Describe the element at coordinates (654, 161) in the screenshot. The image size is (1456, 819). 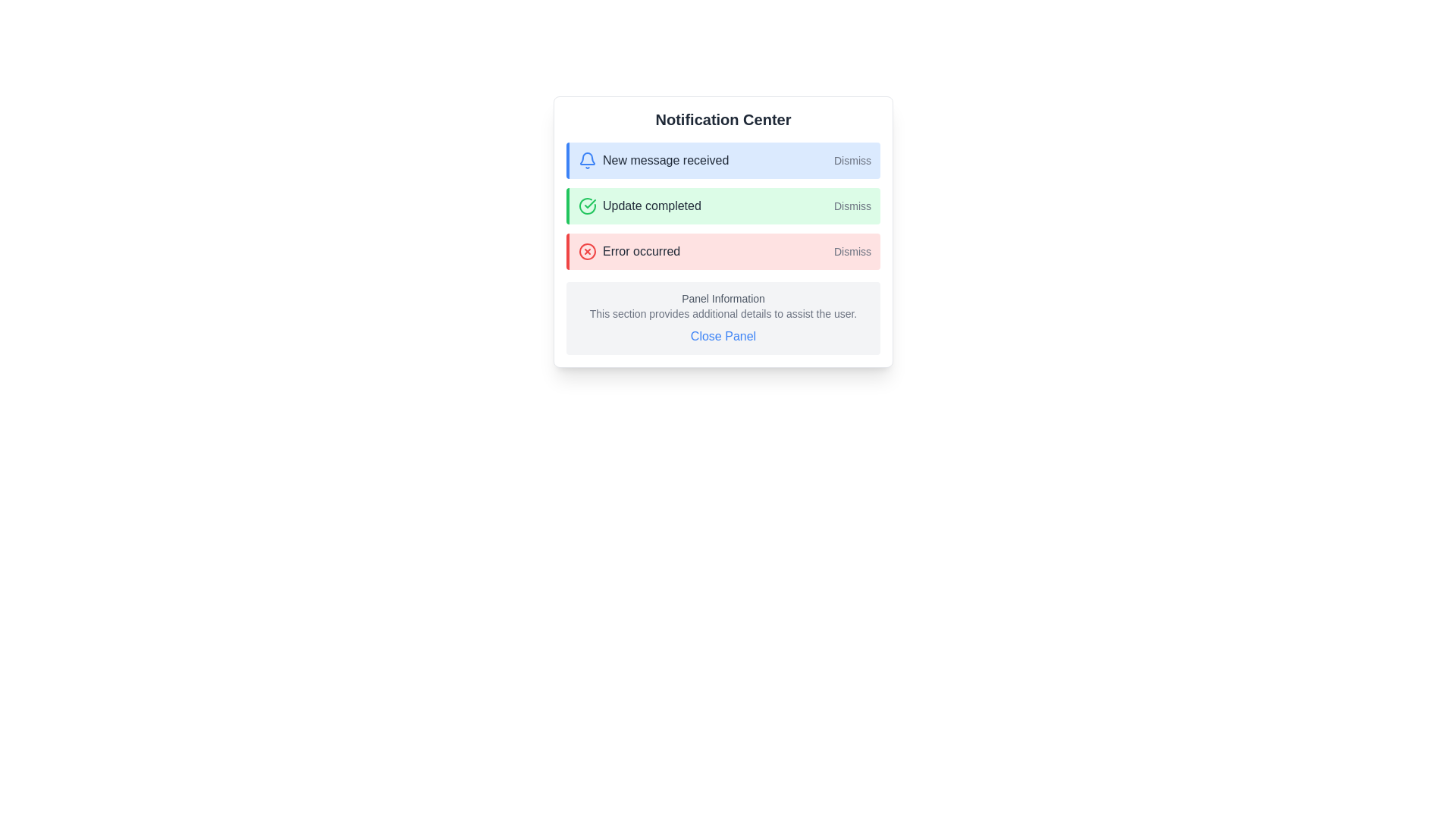
I see `the notification label displaying 'New message received' with a bell icon, which is the first notification in the vertical list` at that location.